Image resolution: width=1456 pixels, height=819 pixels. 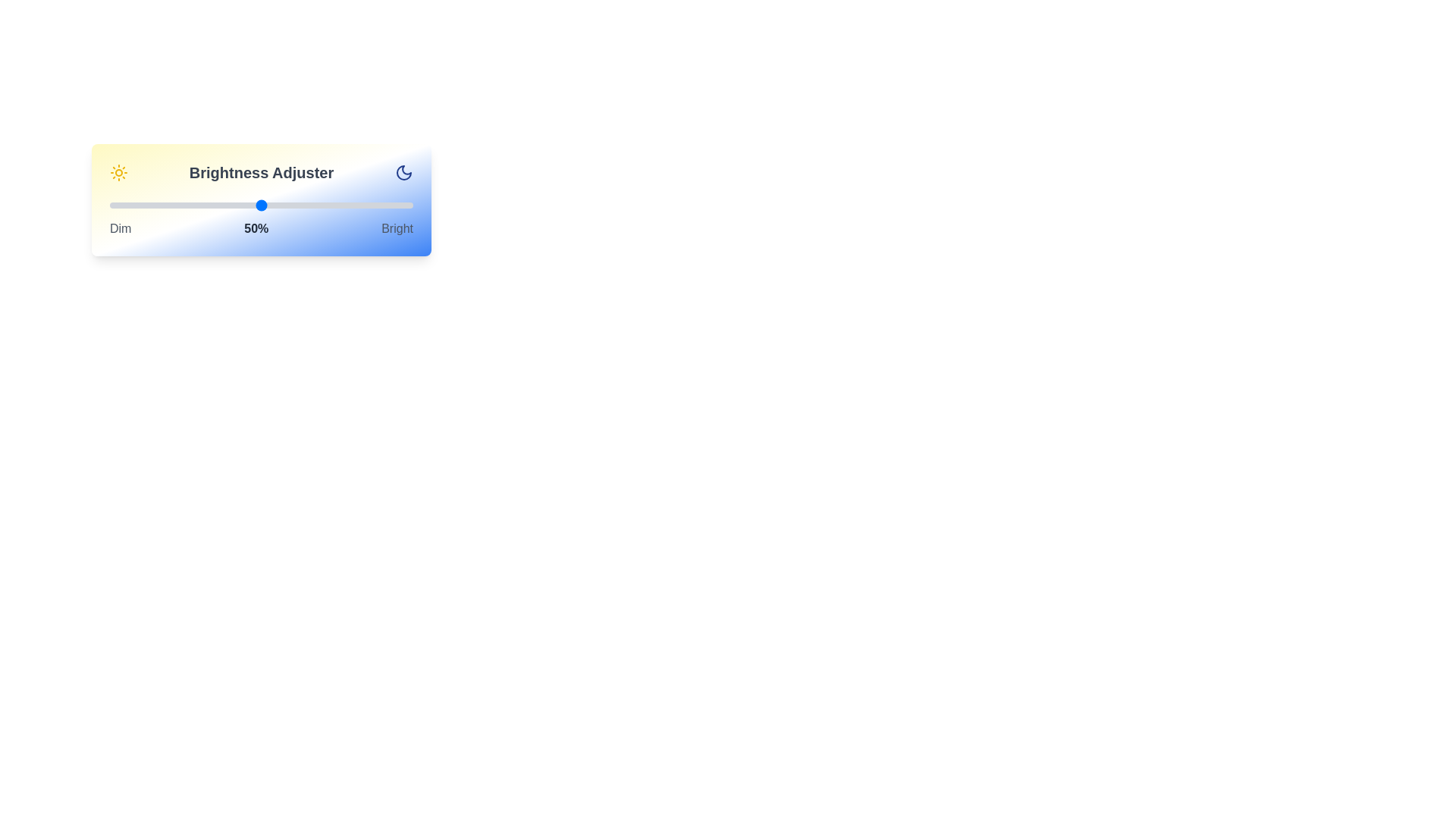 I want to click on the brightness to 75% using the slider, so click(x=337, y=205).